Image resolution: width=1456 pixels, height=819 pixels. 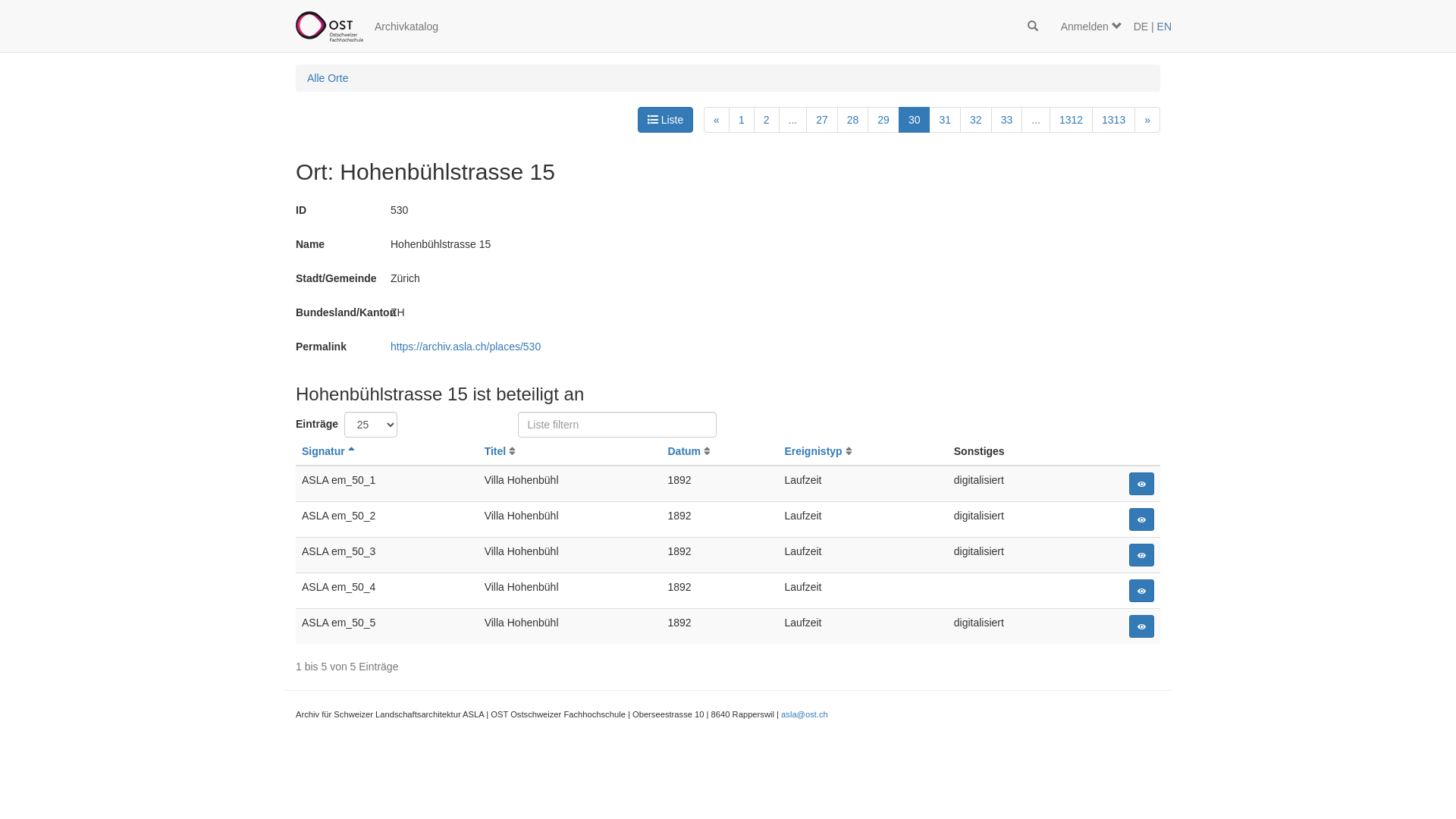 What do you see at coordinates (975, 119) in the screenshot?
I see `'32'` at bounding box center [975, 119].